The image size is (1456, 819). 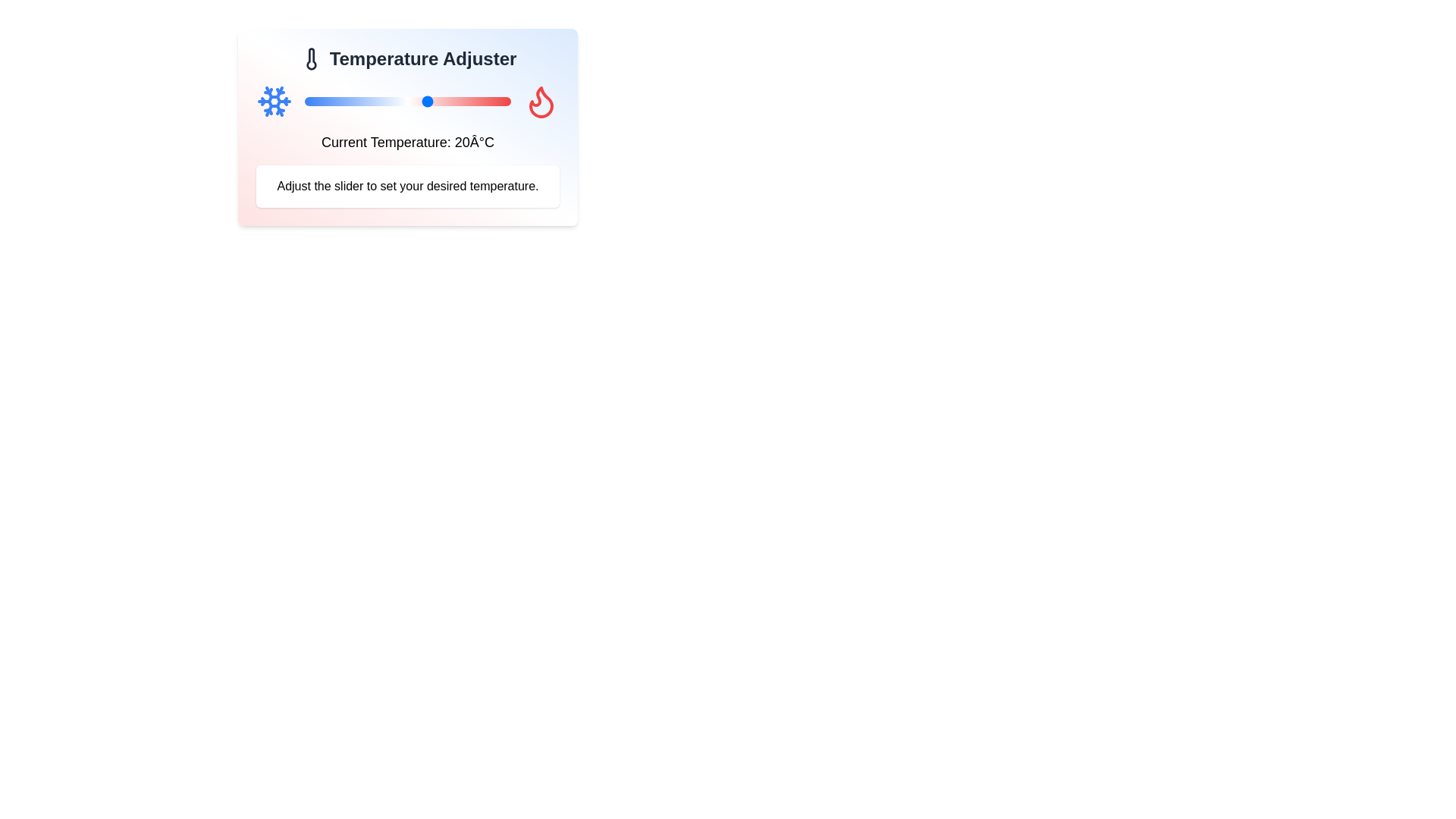 What do you see at coordinates (460, 102) in the screenshot?
I see `the slider to set the temperature to 28°C` at bounding box center [460, 102].